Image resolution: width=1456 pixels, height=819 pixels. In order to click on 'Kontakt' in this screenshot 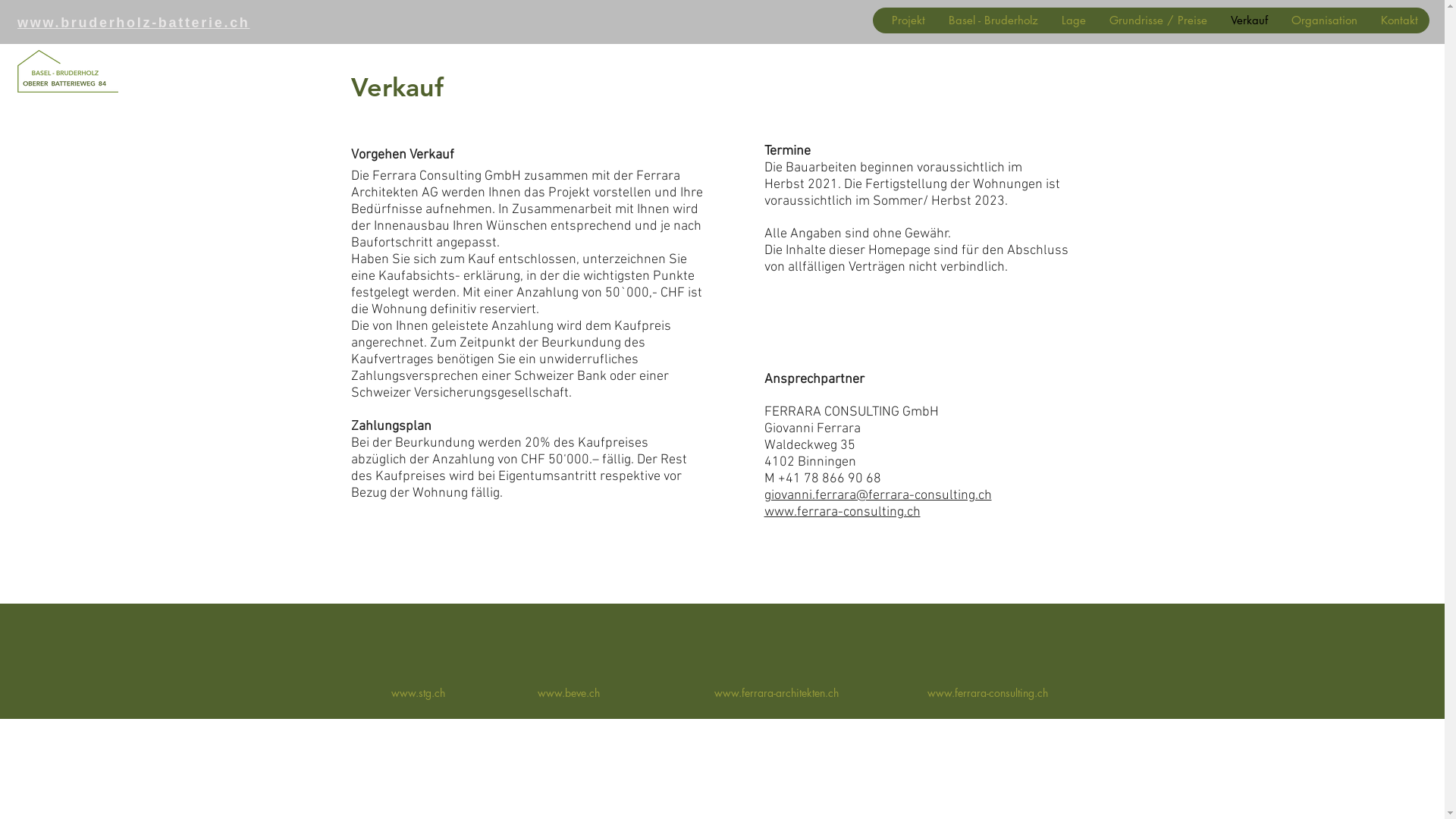, I will do `click(1398, 20)`.